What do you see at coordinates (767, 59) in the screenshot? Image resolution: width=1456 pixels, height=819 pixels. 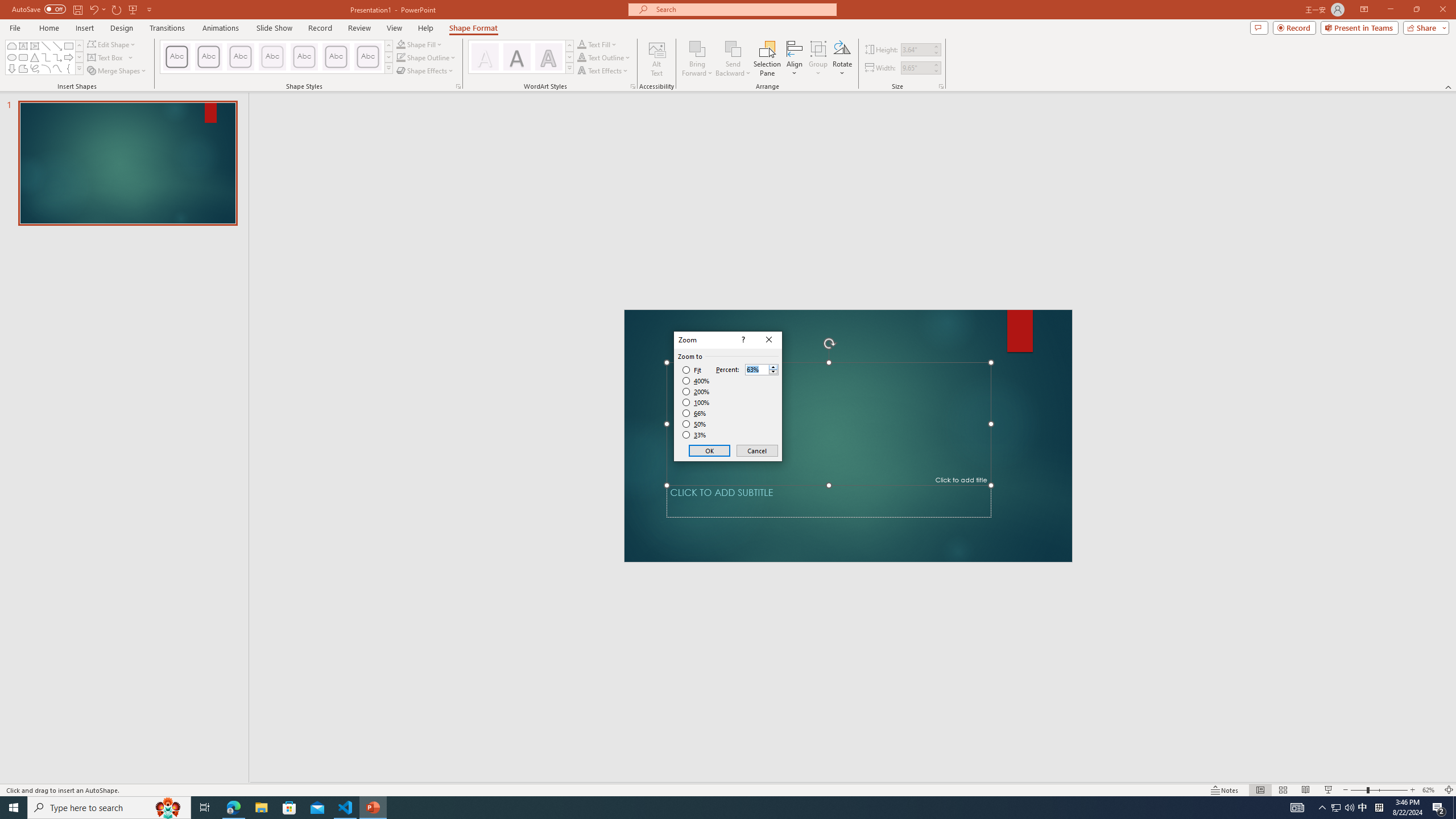 I see `'Selection Pane...'` at bounding box center [767, 59].